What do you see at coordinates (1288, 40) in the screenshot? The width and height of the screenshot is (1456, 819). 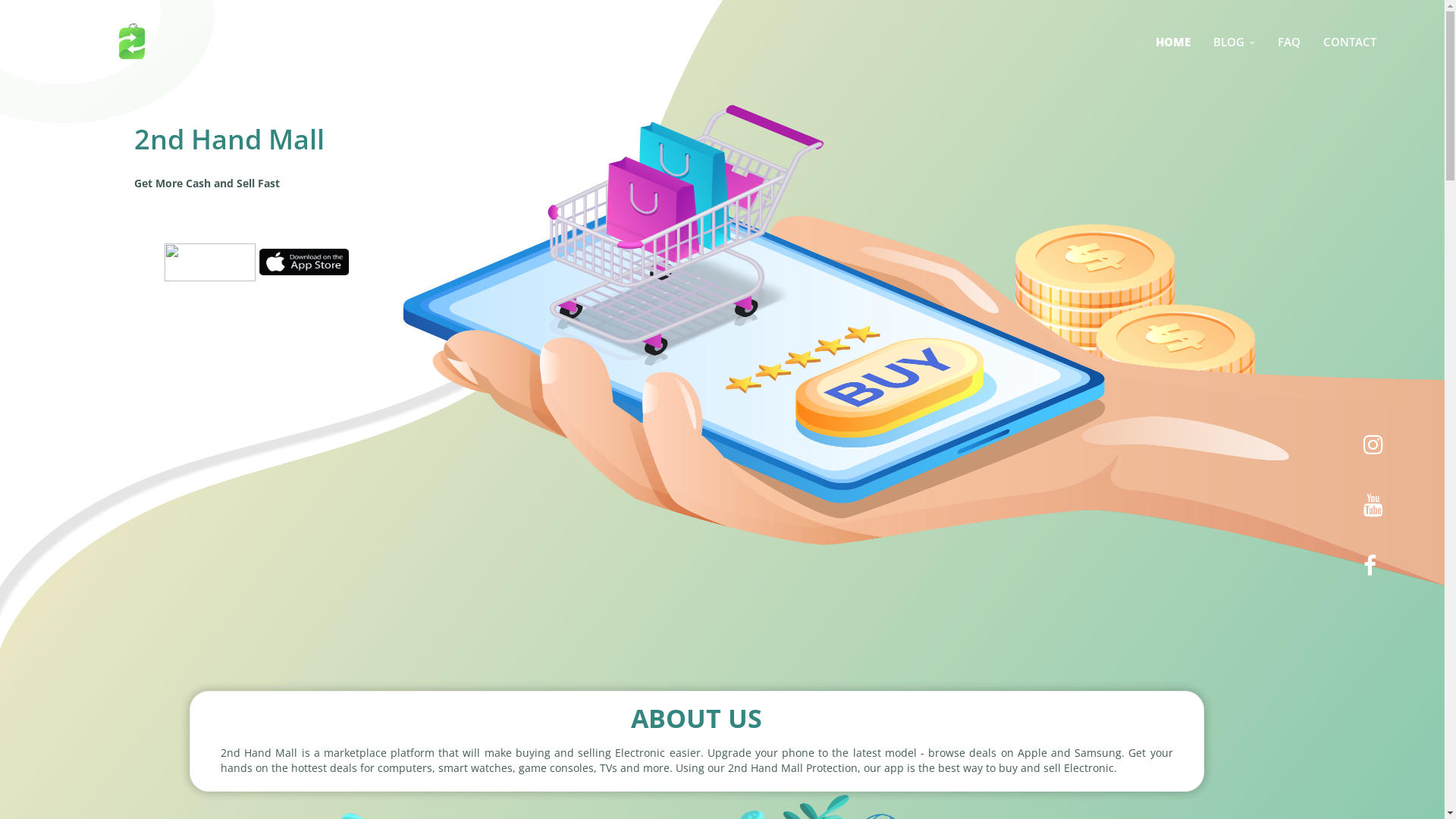 I see `'FAQ'` at bounding box center [1288, 40].